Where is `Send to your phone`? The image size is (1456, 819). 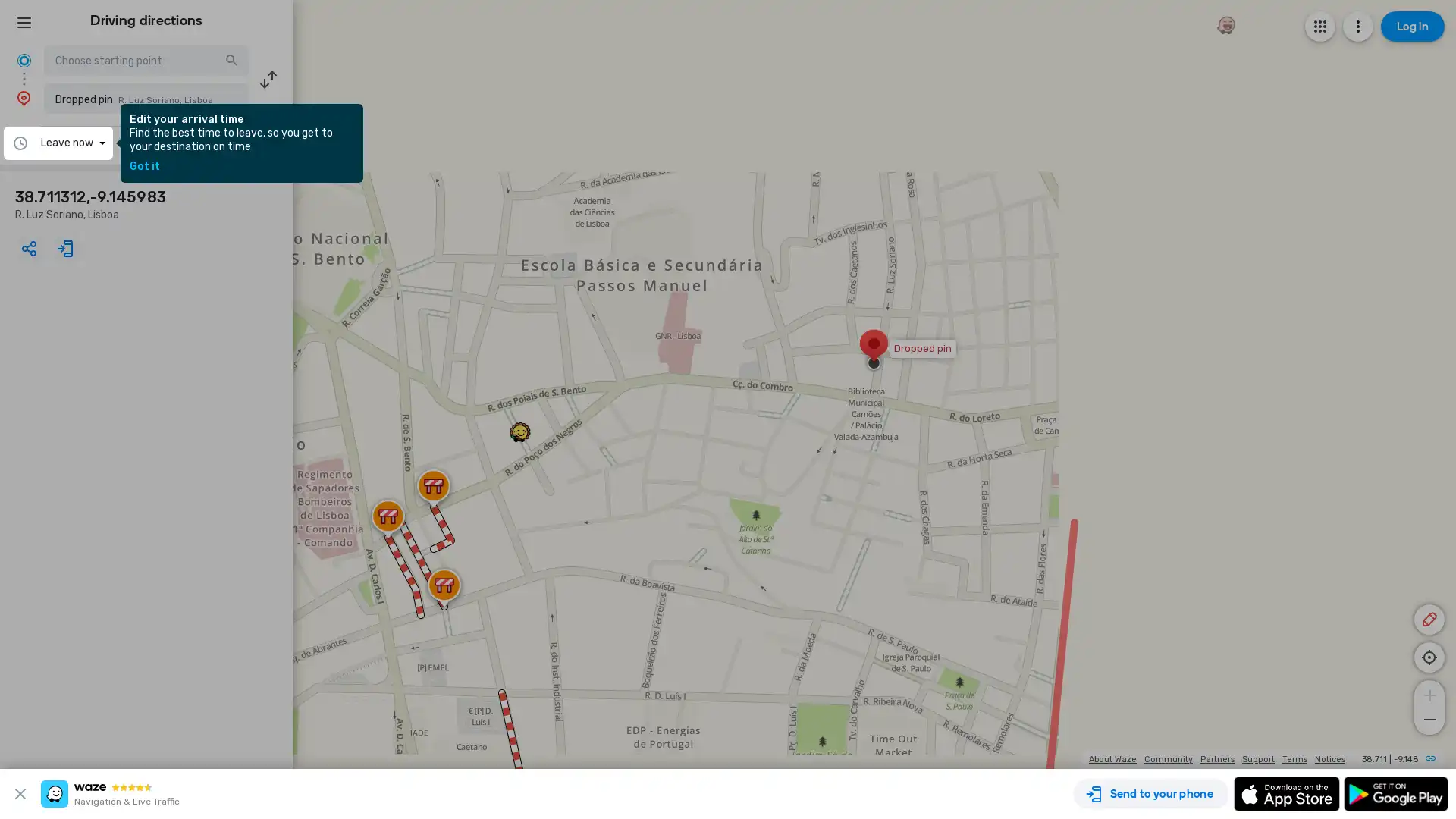
Send to your phone is located at coordinates (1150, 792).